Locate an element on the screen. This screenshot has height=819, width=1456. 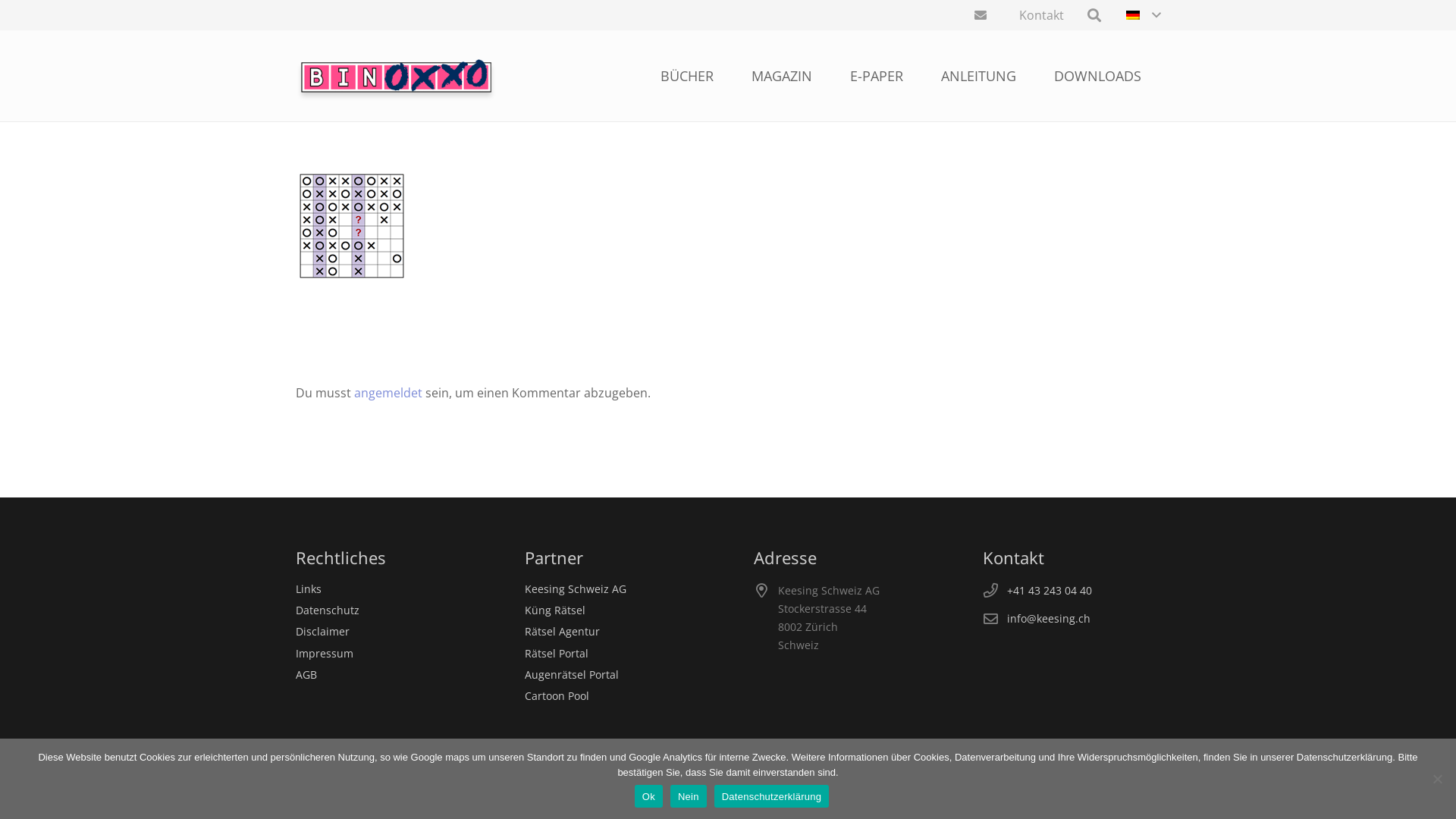
'+41 43 243 04 40' is located at coordinates (1007, 589).